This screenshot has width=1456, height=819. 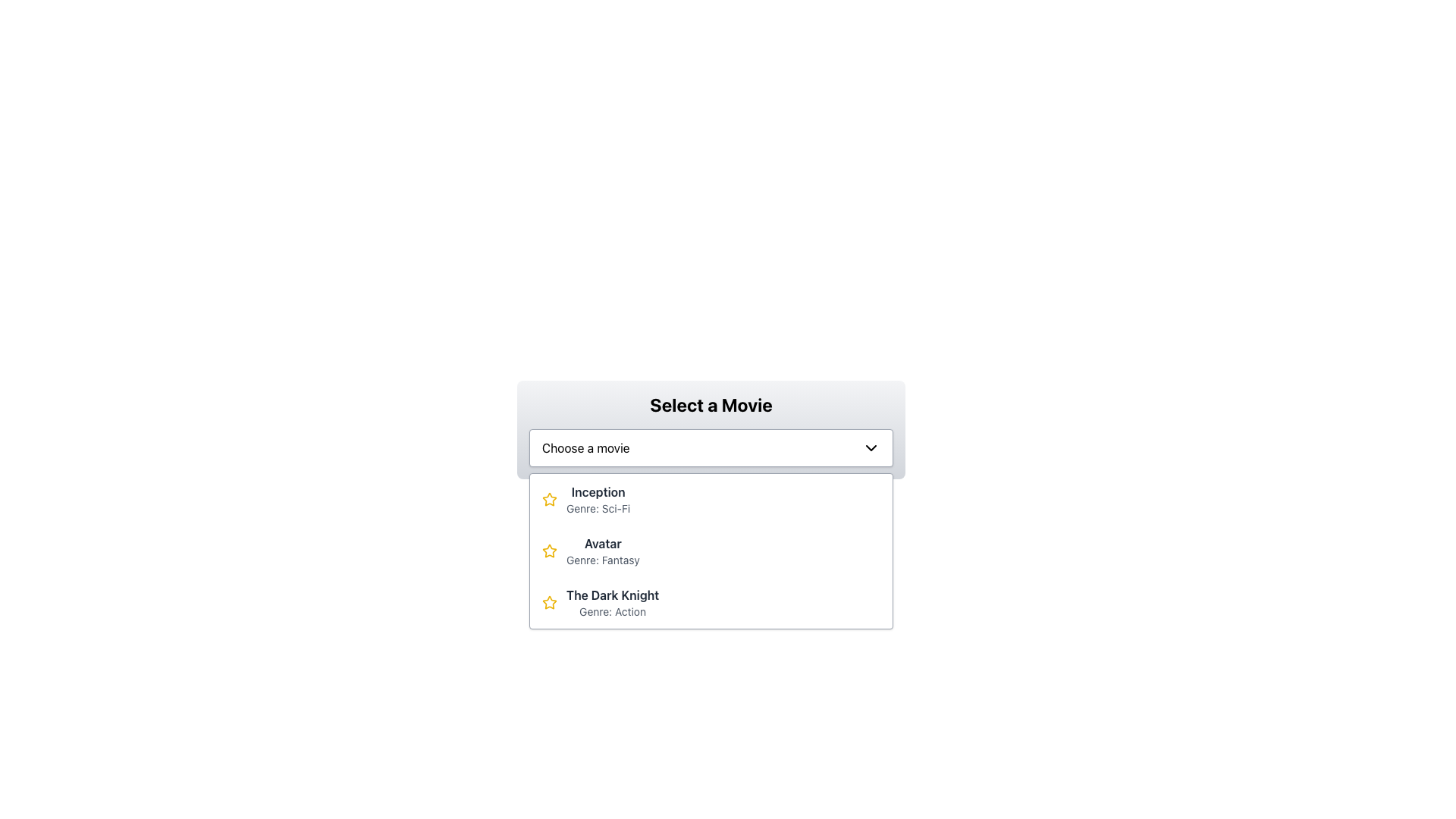 What do you see at coordinates (602, 551) in the screenshot?
I see `the text display element that shows the movie title 'Avatar' and its genre 'Genre: Fantasy', which is styled with distinct font styles and colors, located as the second item in a vertical list of movies within a dropdown interface` at bounding box center [602, 551].